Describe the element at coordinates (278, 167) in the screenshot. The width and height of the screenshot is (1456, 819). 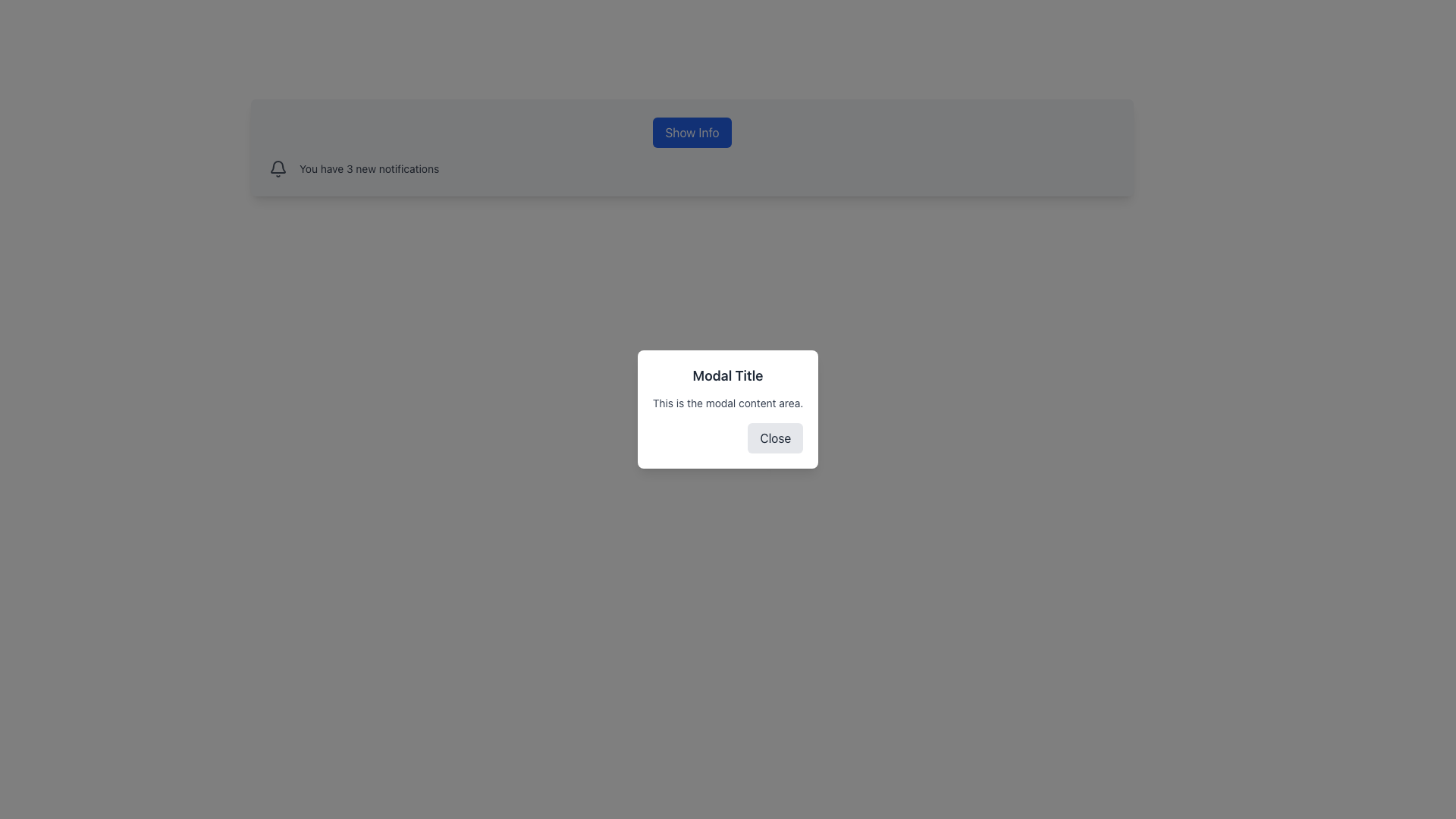
I see `the gray-filled body or clapper part of the bell icon located in the top-left corner of the horizontal notification banner` at that location.